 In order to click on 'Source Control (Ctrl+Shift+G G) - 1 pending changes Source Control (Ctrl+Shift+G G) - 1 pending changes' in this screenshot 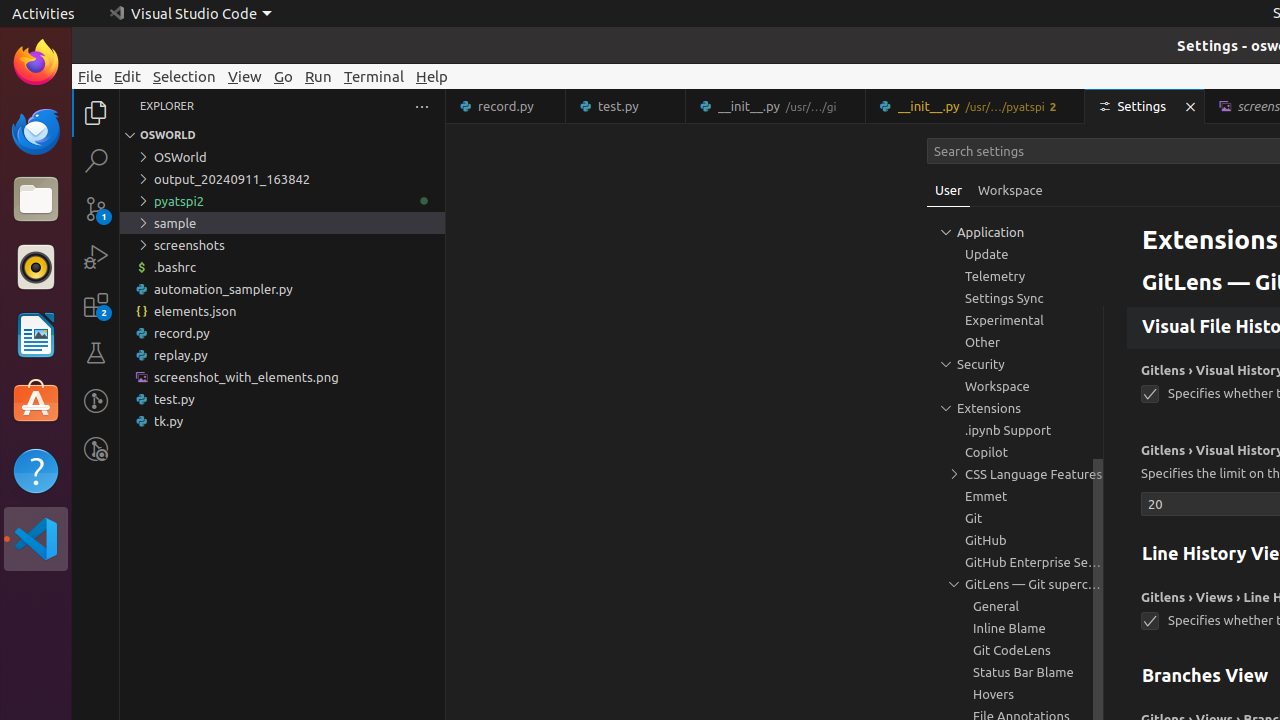, I will do `click(95, 209)`.